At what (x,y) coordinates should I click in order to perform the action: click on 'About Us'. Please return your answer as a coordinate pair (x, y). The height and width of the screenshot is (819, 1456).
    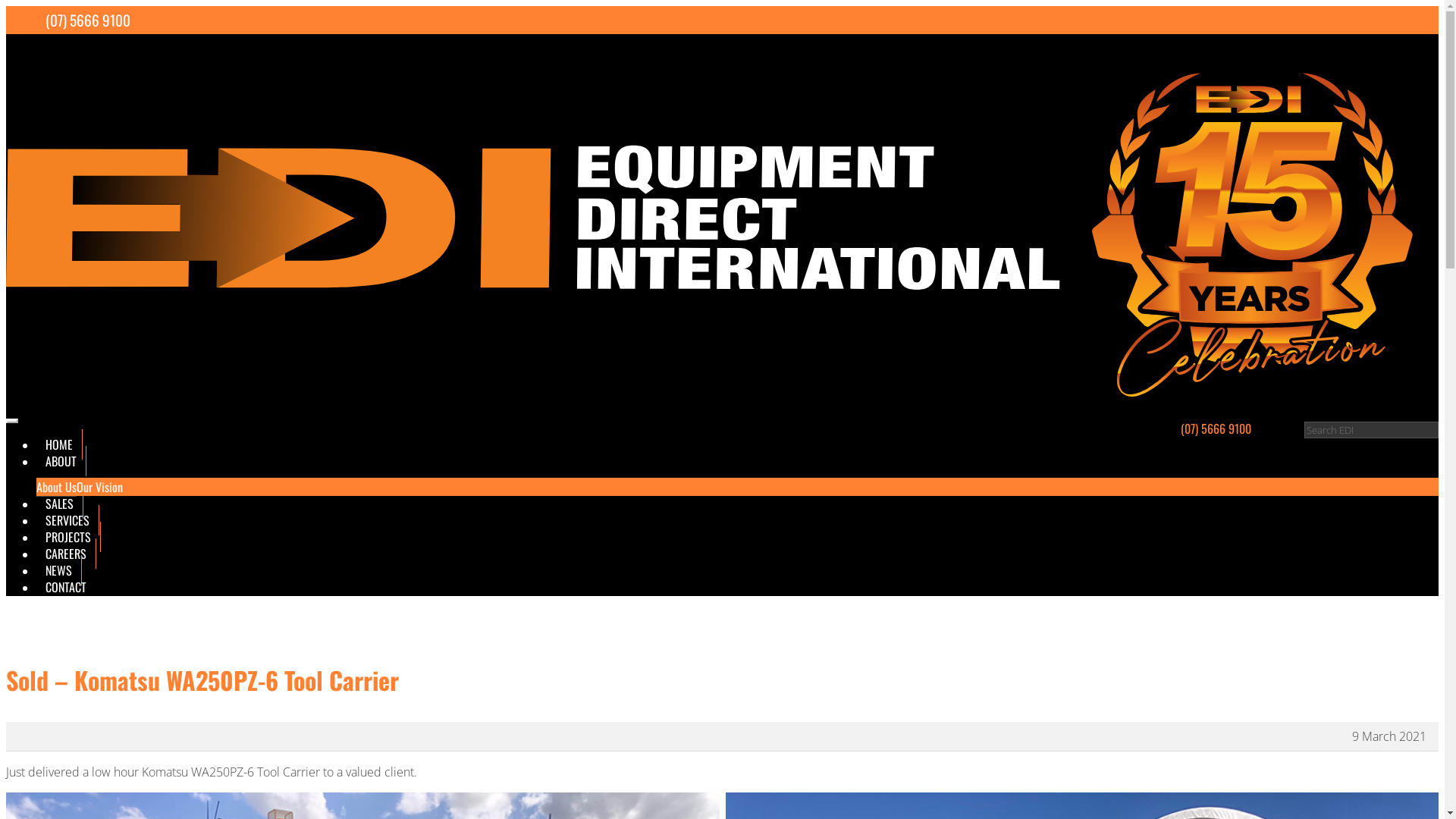
    Looking at the image, I should click on (36, 487).